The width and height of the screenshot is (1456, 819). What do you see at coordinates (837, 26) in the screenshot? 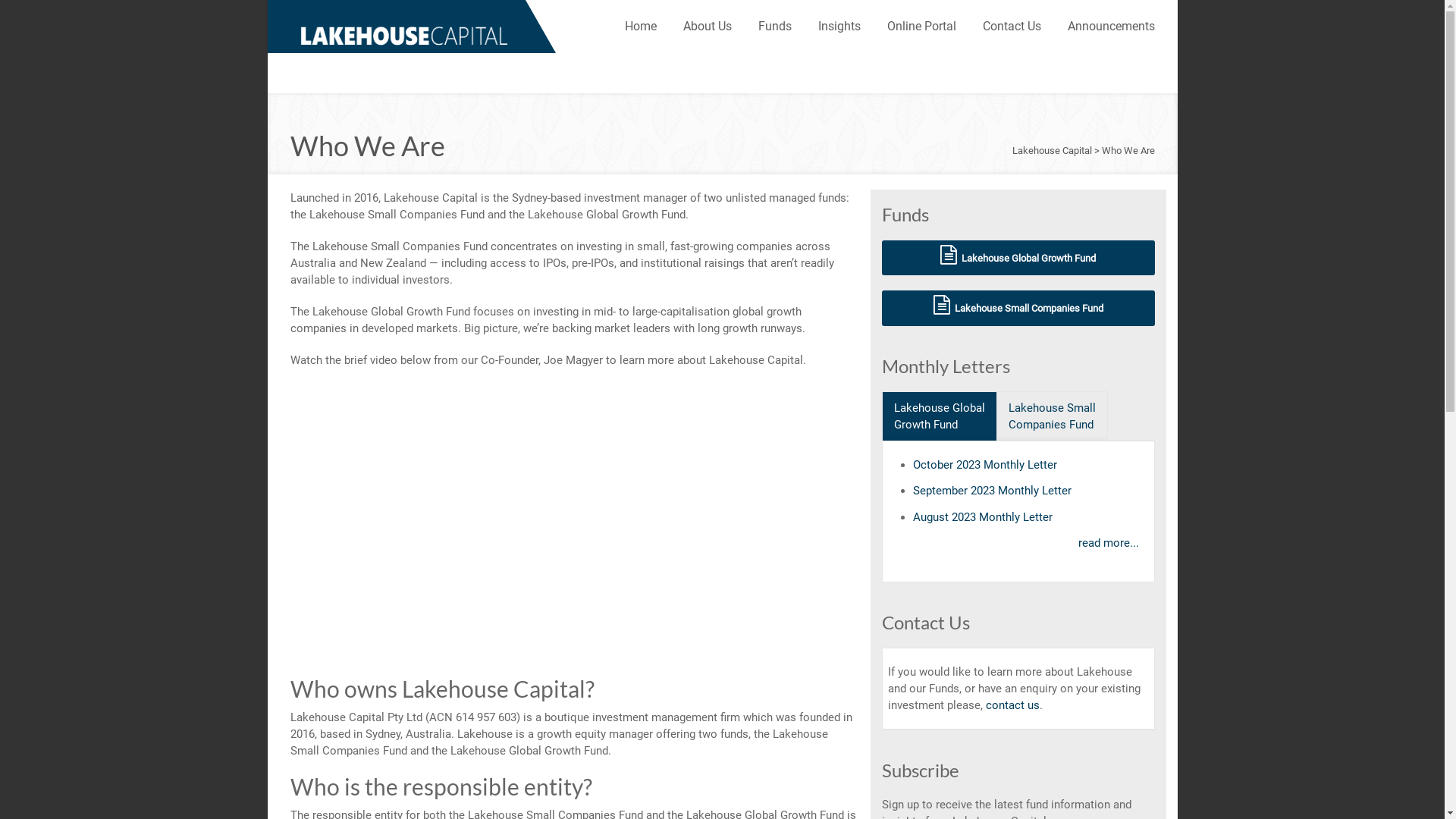
I see `'Insights'` at bounding box center [837, 26].